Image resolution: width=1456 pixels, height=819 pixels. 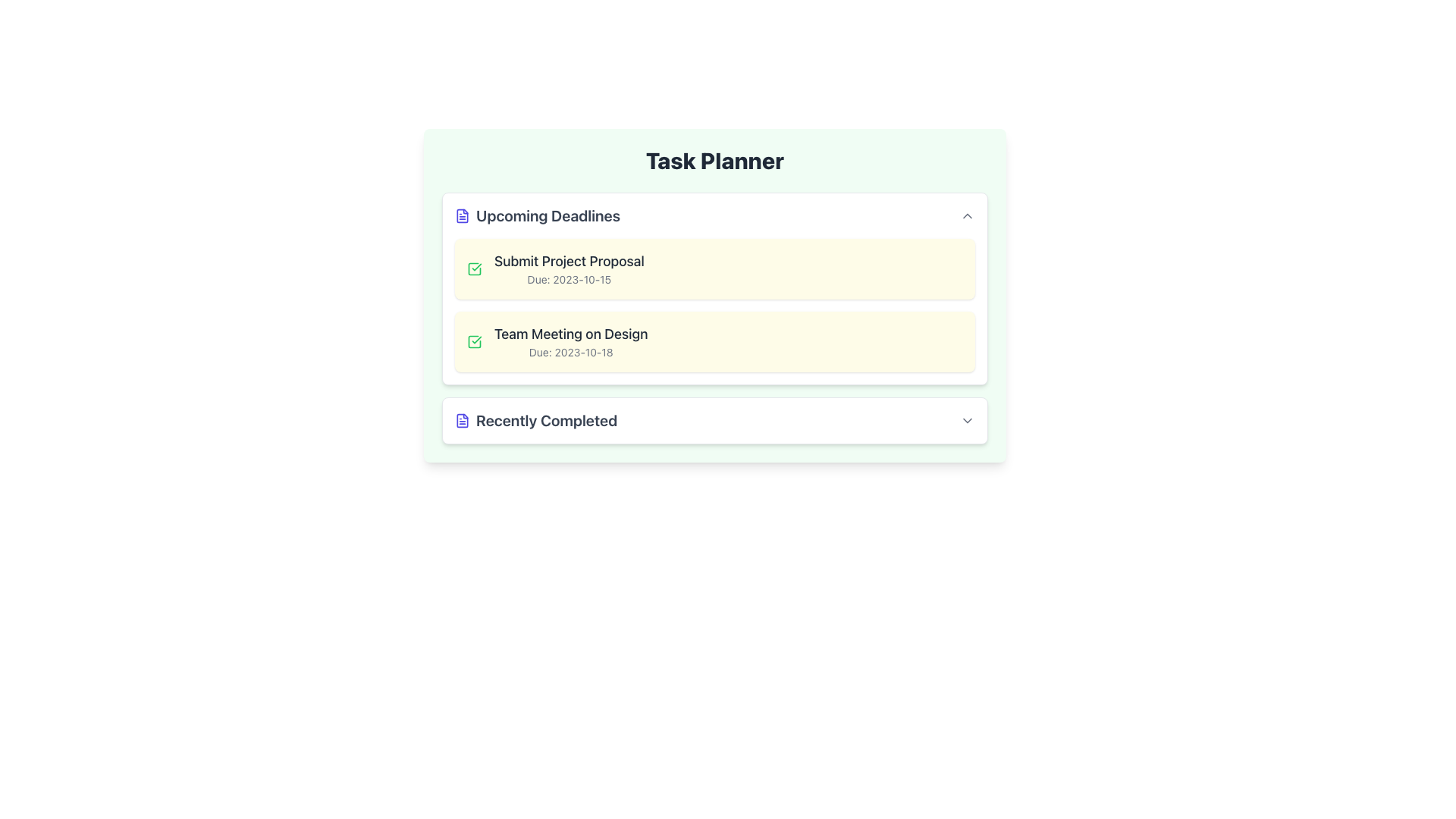 What do you see at coordinates (570, 342) in the screenshot?
I see `the text block displaying 'Team Meeting on Design' with a light-yellow background, located under 'Upcoming Deadlines'` at bounding box center [570, 342].